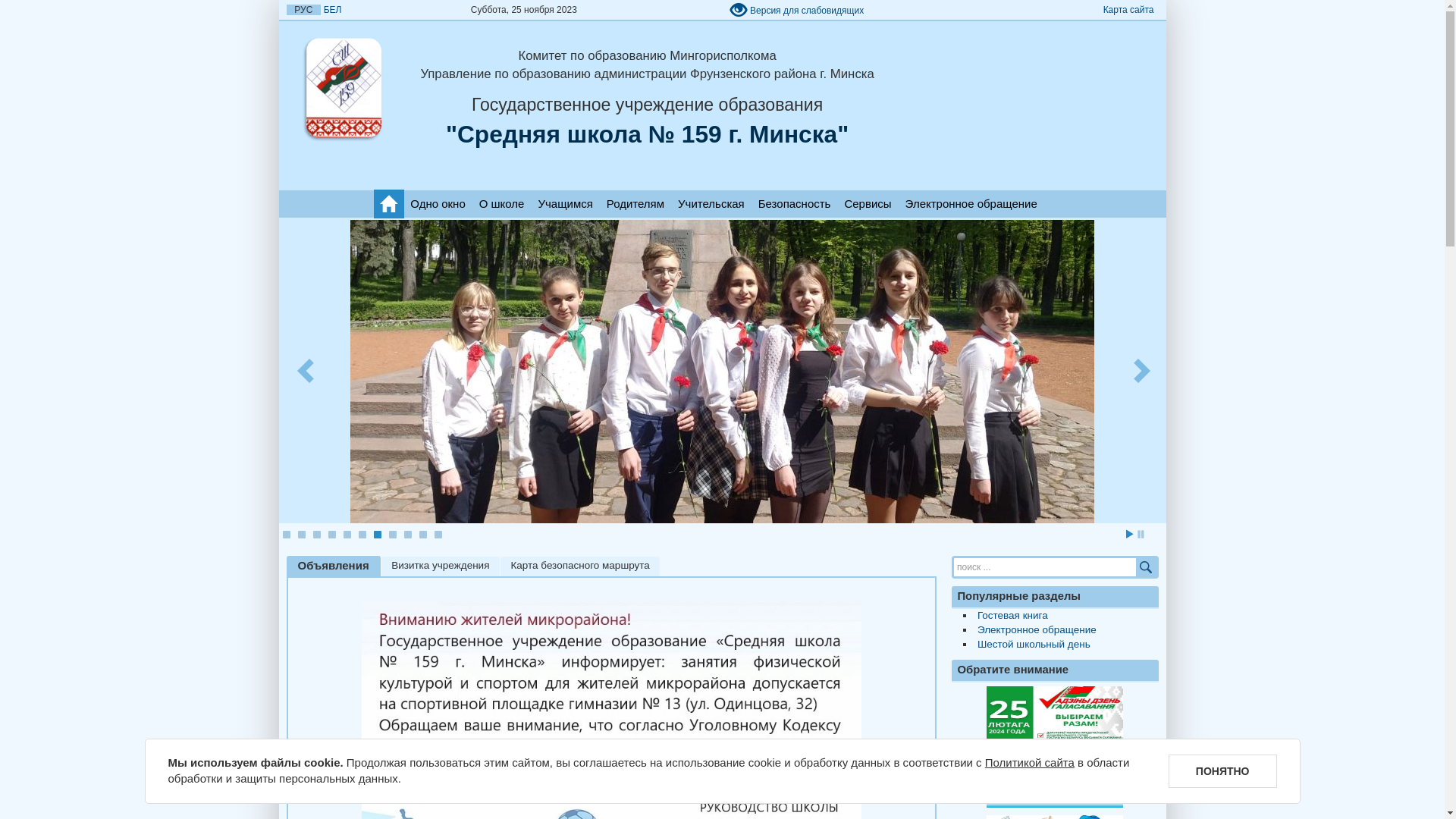  Describe the element at coordinates (436, 534) in the screenshot. I see `'11'` at that location.